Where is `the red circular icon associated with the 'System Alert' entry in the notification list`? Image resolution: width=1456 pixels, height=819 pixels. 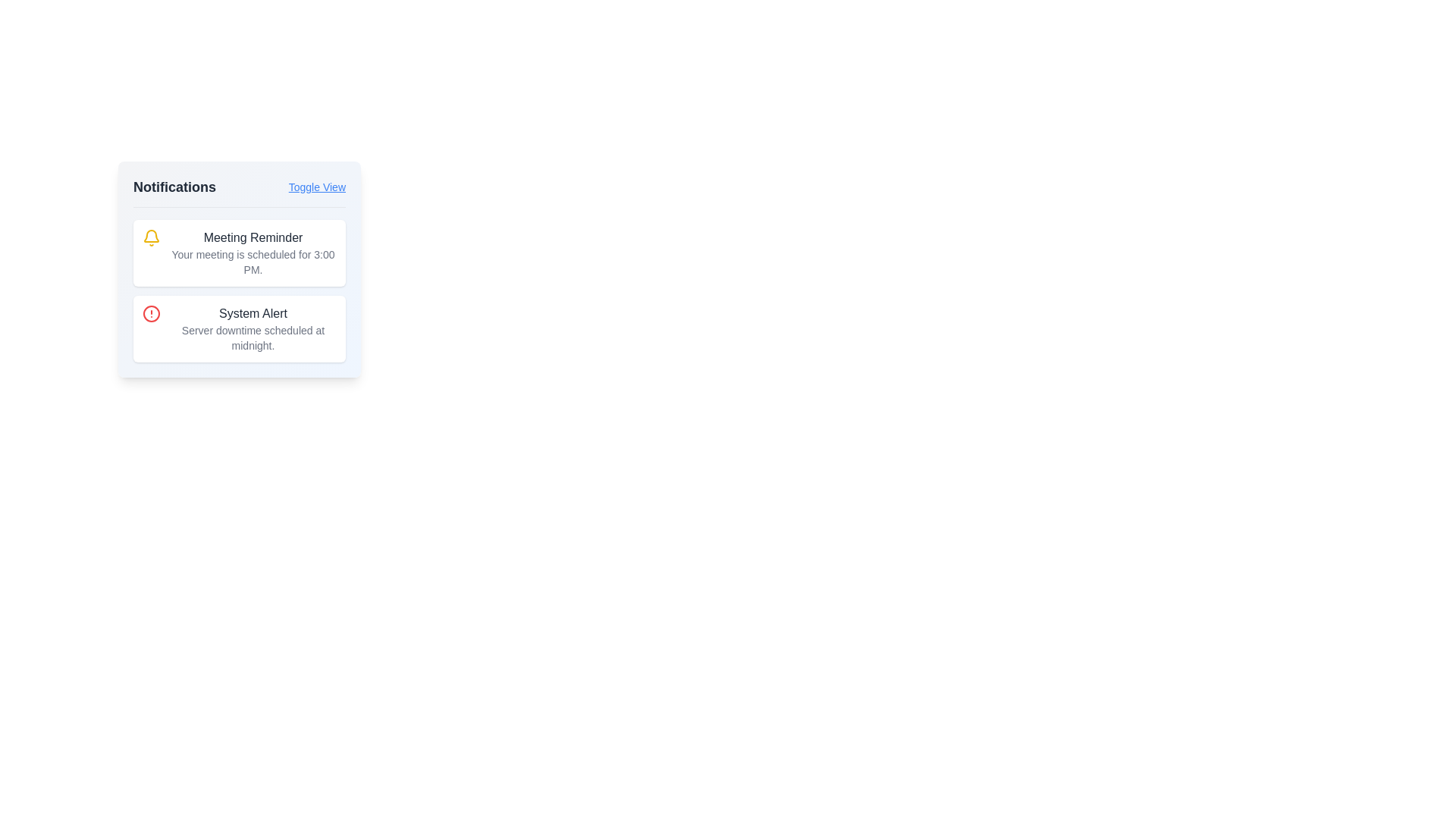
the red circular icon associated with the 'System Alert' entry in the notification list is located at coordinates (152, 312).